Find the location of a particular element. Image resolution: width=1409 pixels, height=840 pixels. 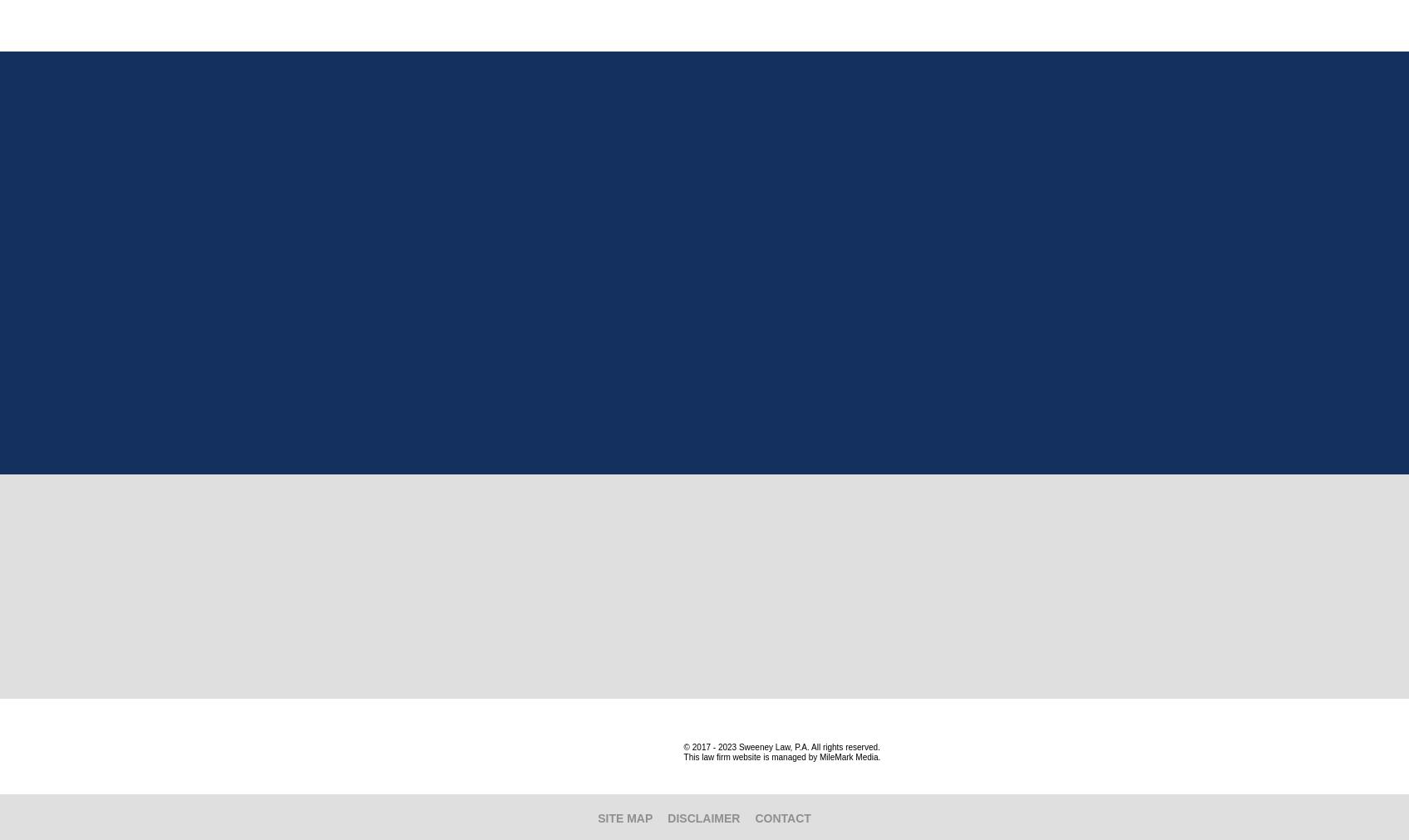

'Disclaimer' is located at coordinates (703, 818).